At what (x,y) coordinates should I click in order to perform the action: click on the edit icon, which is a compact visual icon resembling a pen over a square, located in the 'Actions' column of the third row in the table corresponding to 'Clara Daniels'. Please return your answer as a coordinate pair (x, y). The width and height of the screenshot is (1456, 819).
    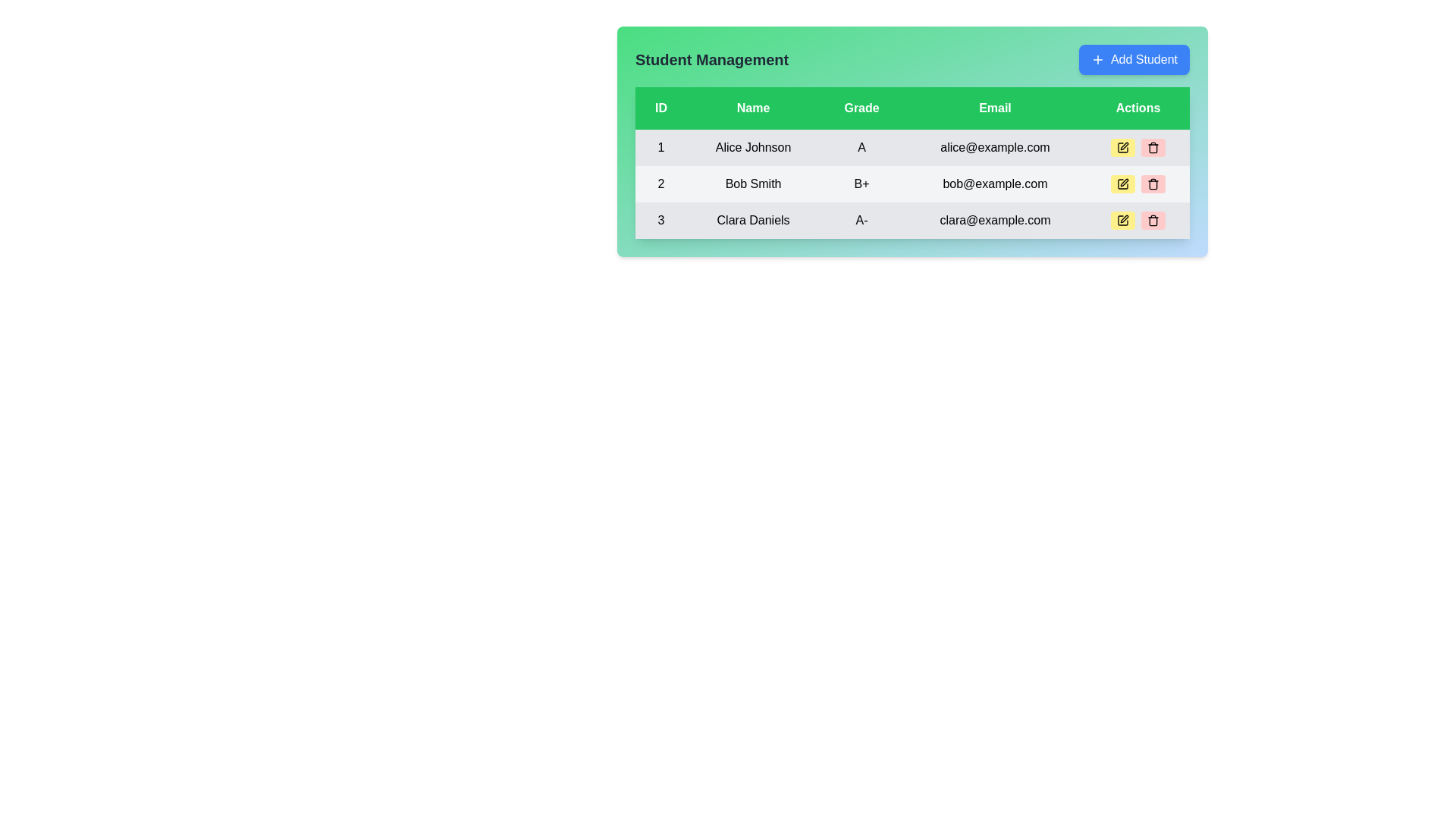
    Looking at the image, I should click on (1125, 219).